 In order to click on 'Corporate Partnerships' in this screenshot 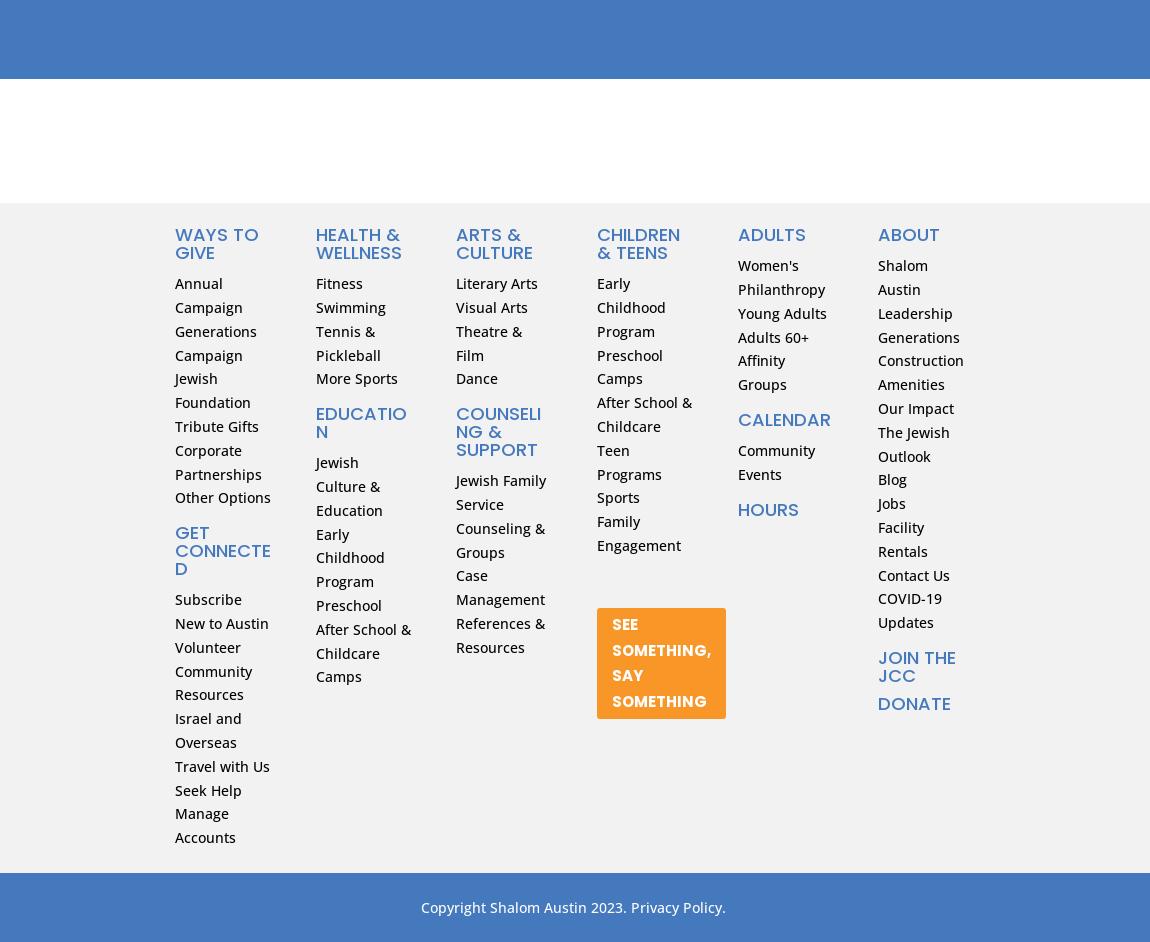, I will do `click(217, 460)`.